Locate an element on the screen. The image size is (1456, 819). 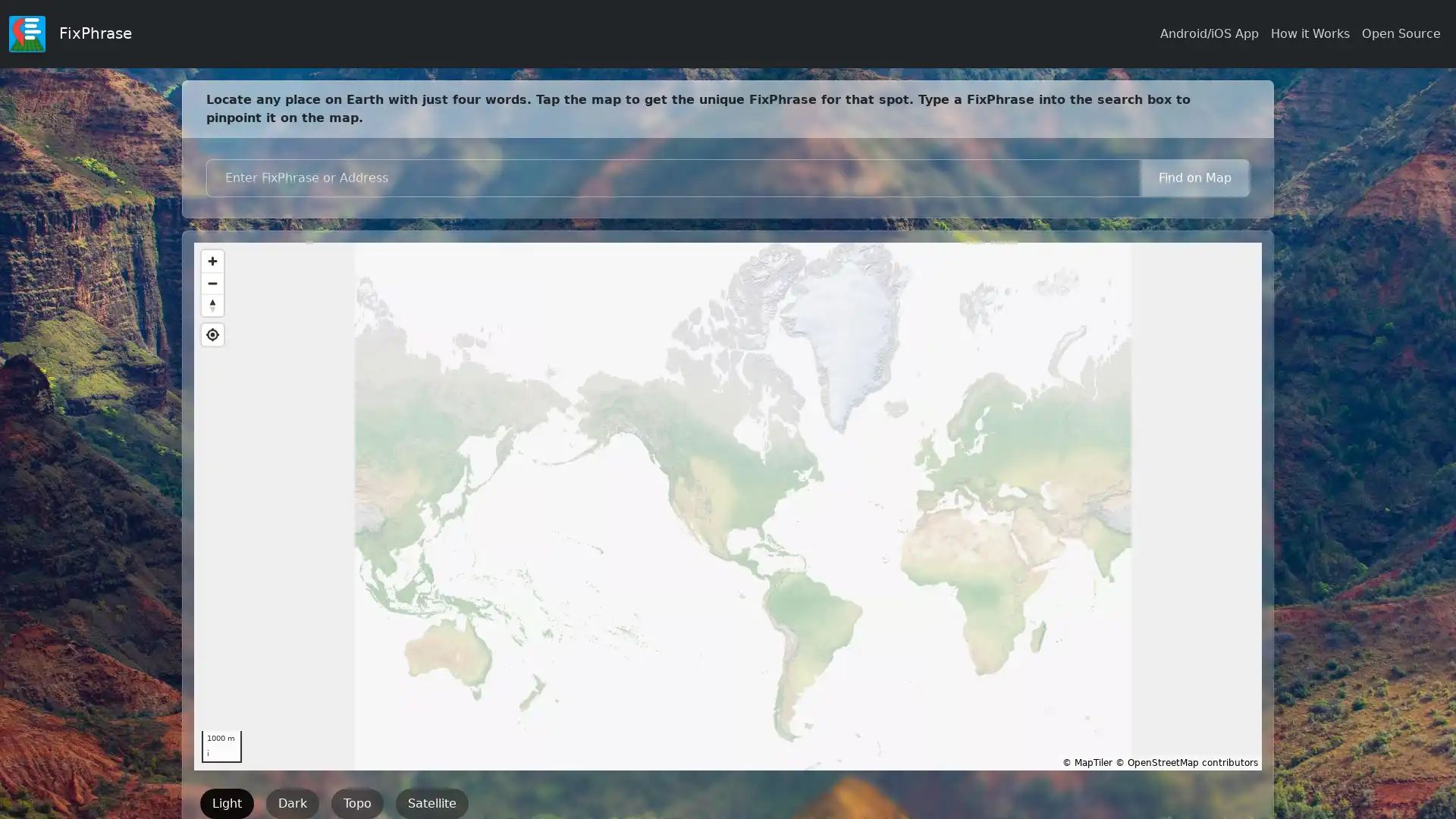
Zoom out is located at coordinates (212, 283).